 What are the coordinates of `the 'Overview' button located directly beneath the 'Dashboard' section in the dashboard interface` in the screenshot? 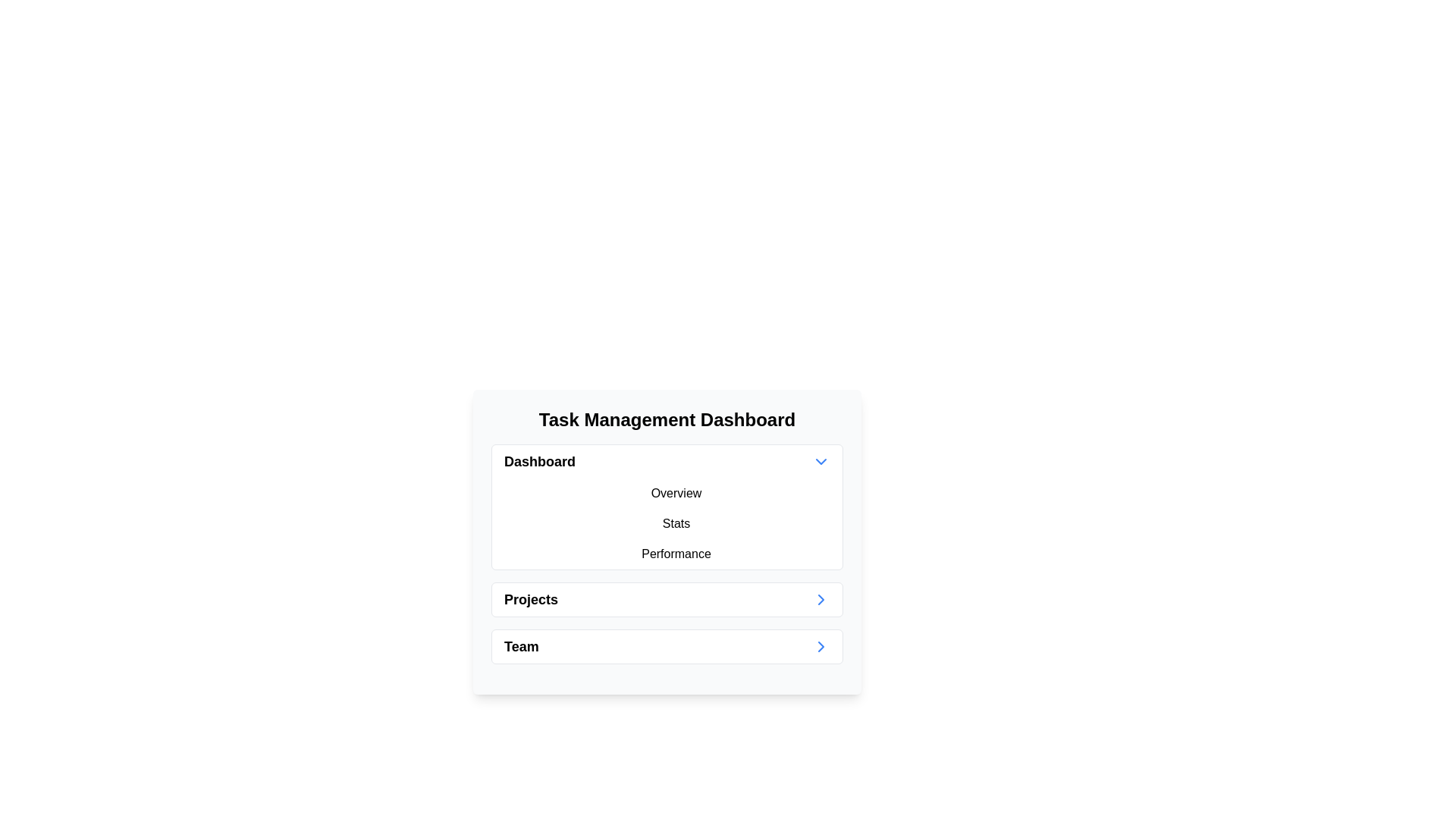 It's located at (676, 494).